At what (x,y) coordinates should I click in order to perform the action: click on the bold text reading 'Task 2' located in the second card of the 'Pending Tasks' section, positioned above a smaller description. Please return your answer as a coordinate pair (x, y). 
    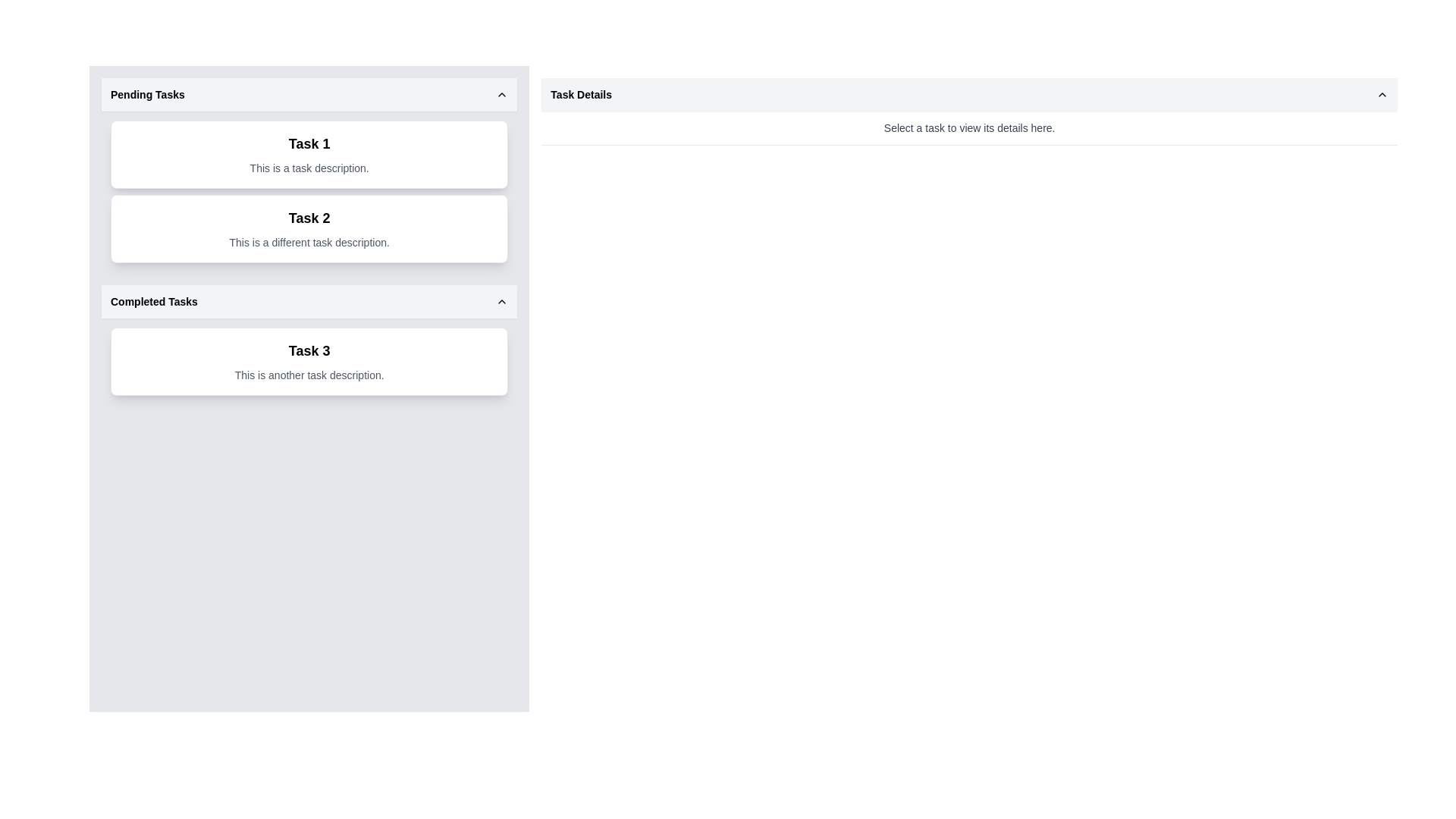
    Looking at the image, I should click on (309, 218).